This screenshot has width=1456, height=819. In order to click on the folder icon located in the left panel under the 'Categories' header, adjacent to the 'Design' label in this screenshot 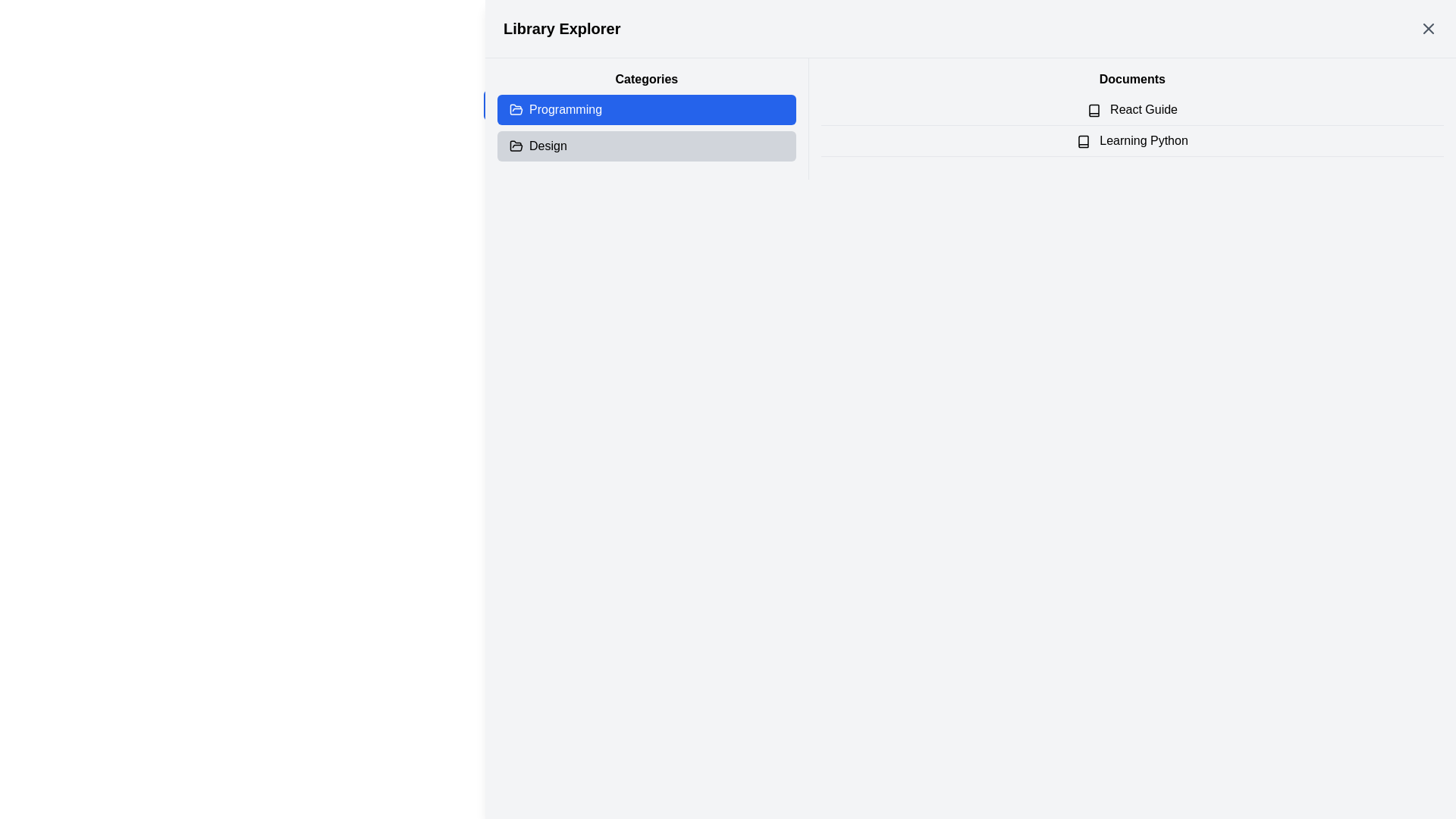, I will do `click(516, 146)`.